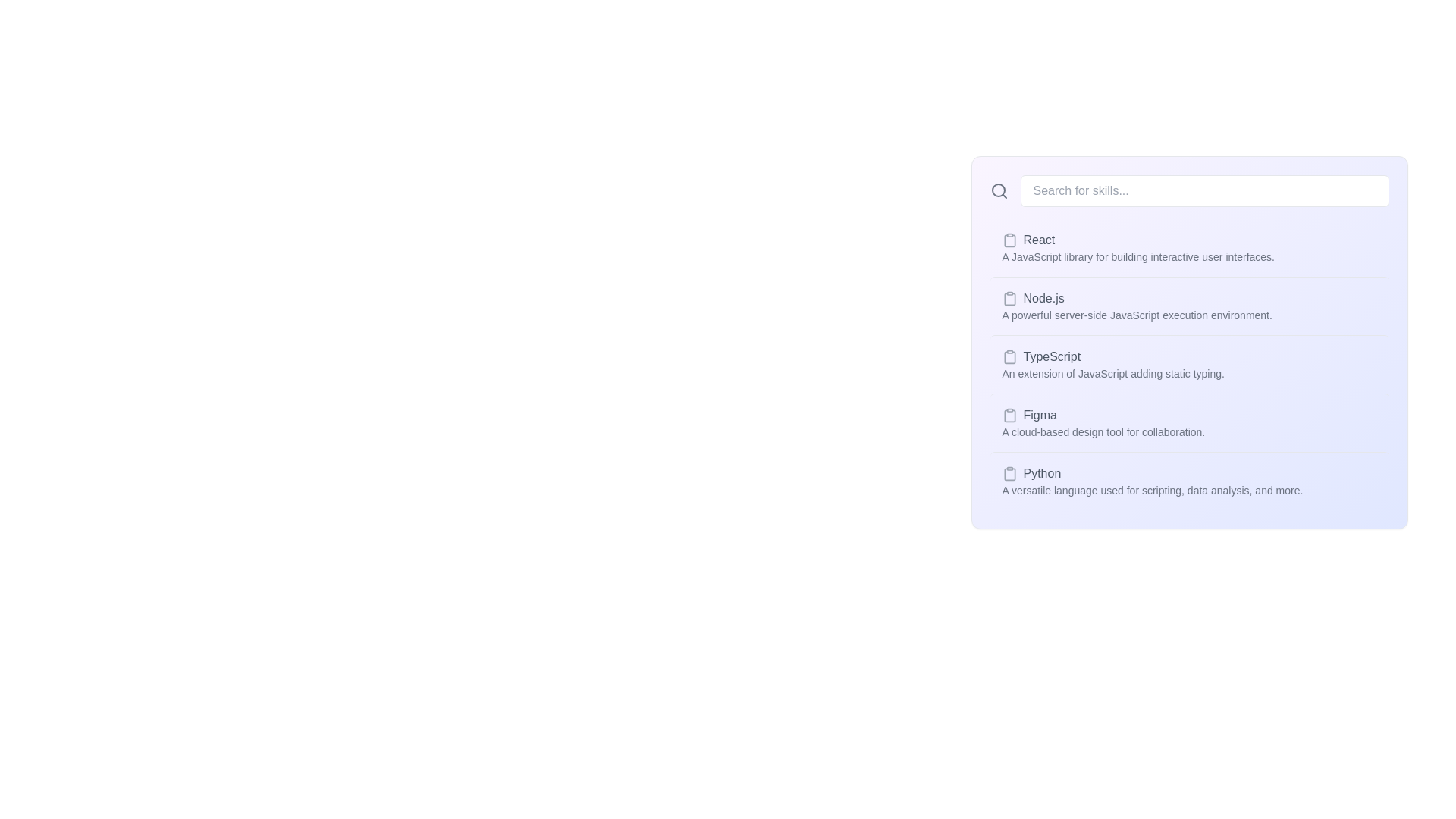 This screenshot has height=819, width=1456. What do you see at coordinates (1137, 315) in the screenshot?
I see `the static text labeled 'A powerful server-side JavaScript execution environment', which is styled in a small font size and grayed, located below the title 'Node.js'` at bounding box center [1137, 315].